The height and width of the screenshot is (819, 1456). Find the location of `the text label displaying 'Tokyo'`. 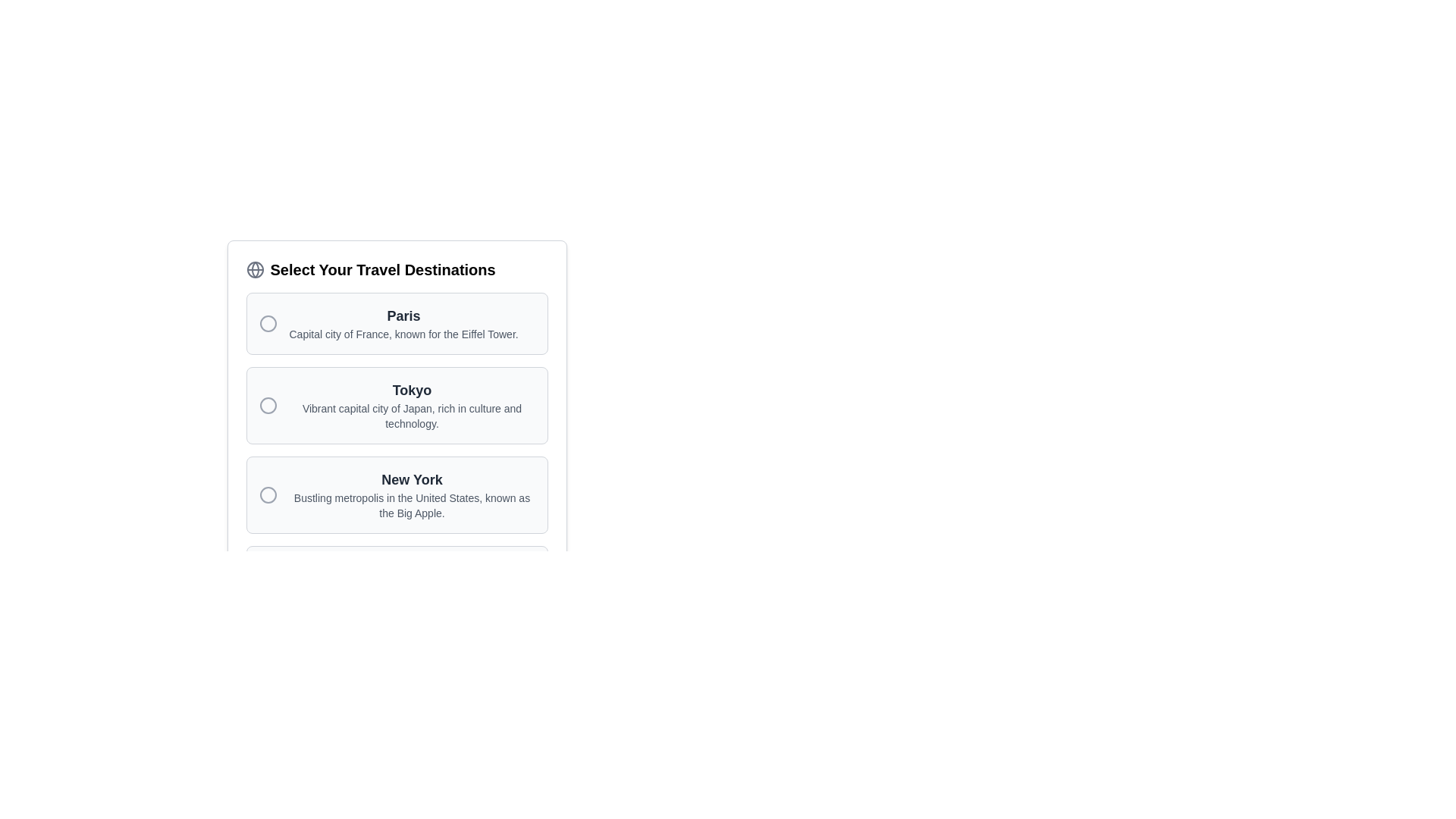

the text label displaying 'Tokyo' is located at coordinates (412, 390).